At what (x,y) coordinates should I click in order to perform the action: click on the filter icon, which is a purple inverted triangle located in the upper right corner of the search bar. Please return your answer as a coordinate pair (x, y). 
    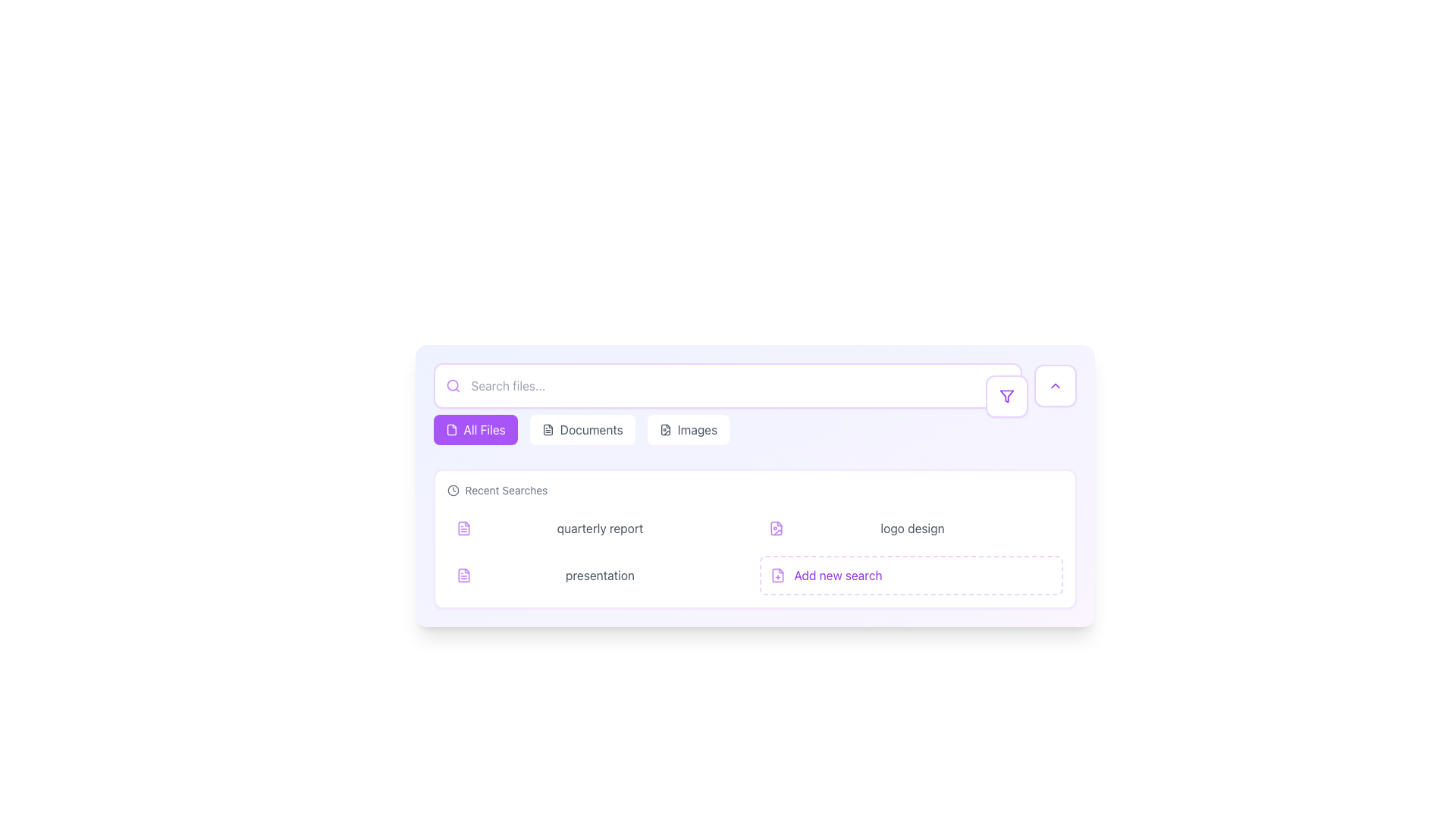
    Looking at the image, I should click on (1006, 396).